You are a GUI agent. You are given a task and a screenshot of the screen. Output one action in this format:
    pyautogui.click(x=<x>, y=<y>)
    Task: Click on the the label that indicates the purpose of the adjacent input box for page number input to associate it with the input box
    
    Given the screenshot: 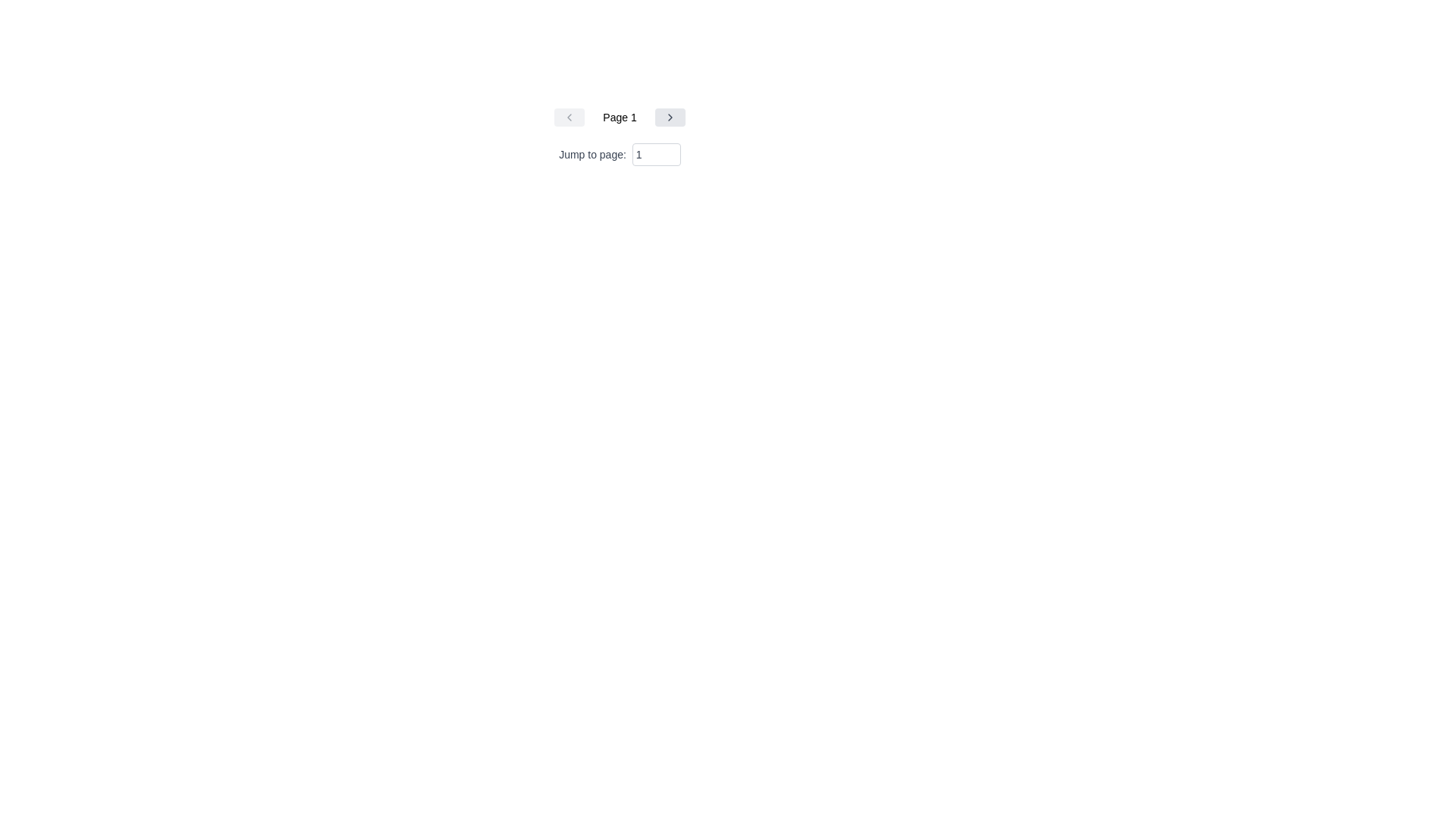 What is the action you would take?
    pyautogui.click(x=620, y=155)
    